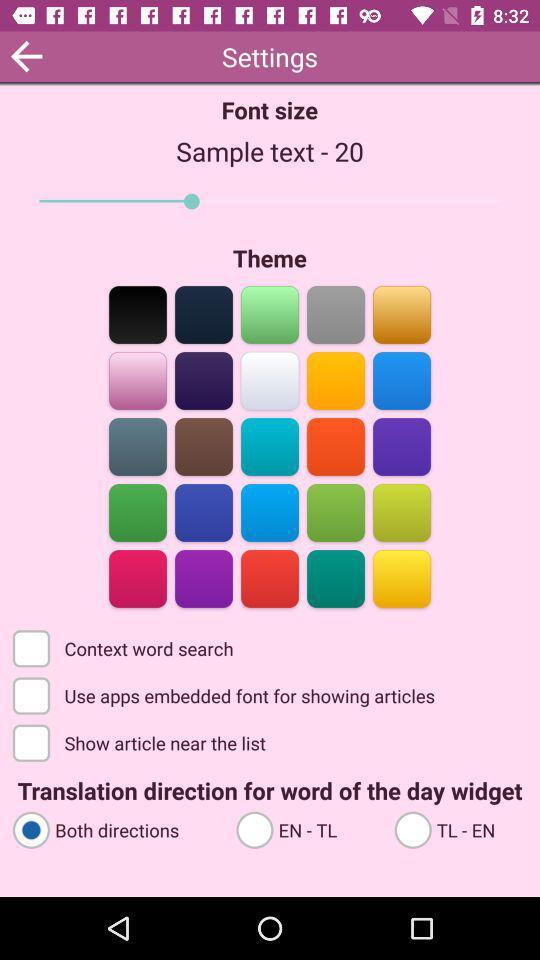 The width and height of the screenshot is (540, 960). What do you see at coordinates (137, 378) in the screenshot?
I see `choose the theme color` at bounding box center [137, 378].